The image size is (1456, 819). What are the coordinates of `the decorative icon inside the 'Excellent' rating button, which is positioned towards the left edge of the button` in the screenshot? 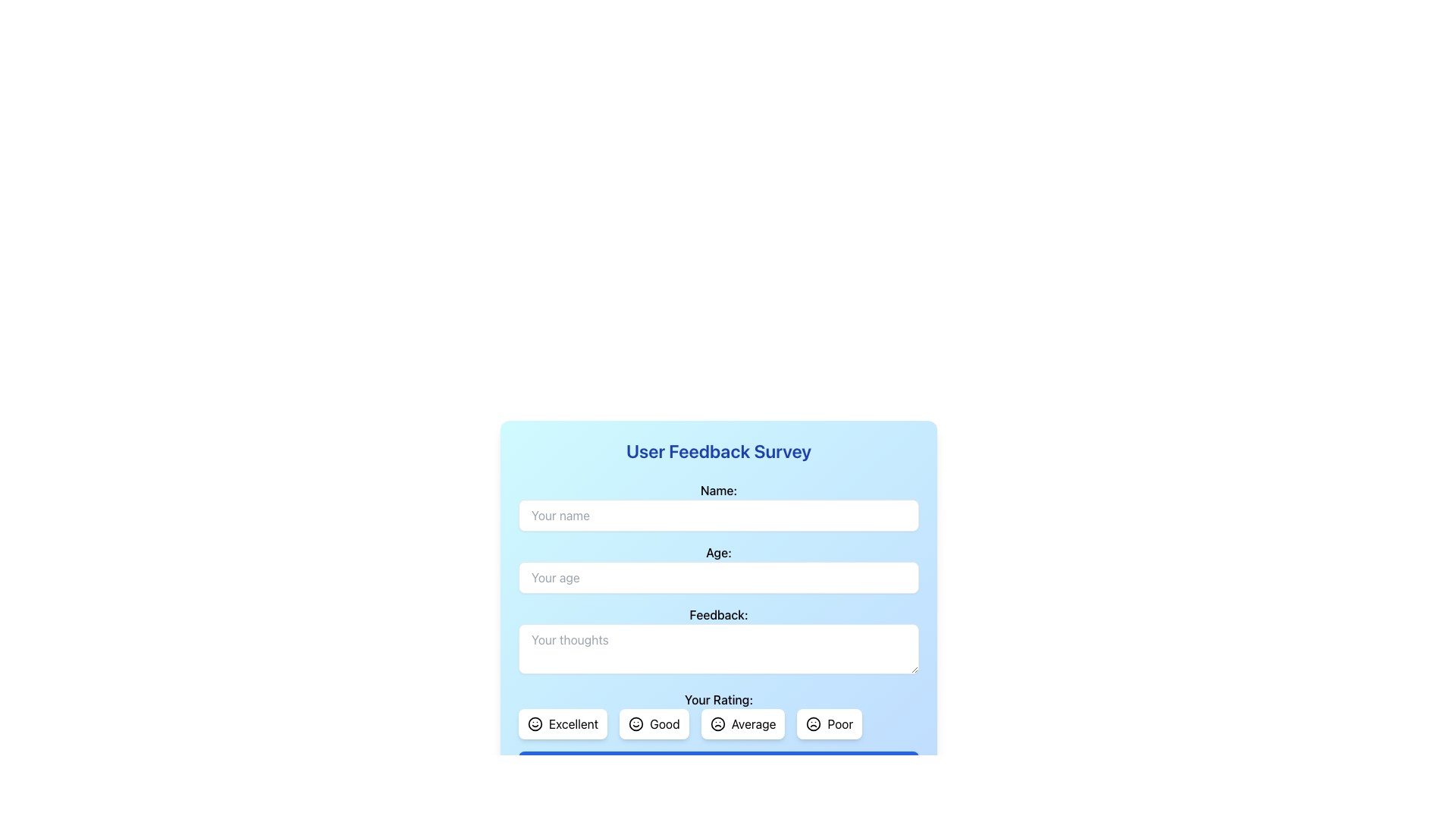 It's located at (535, 723).